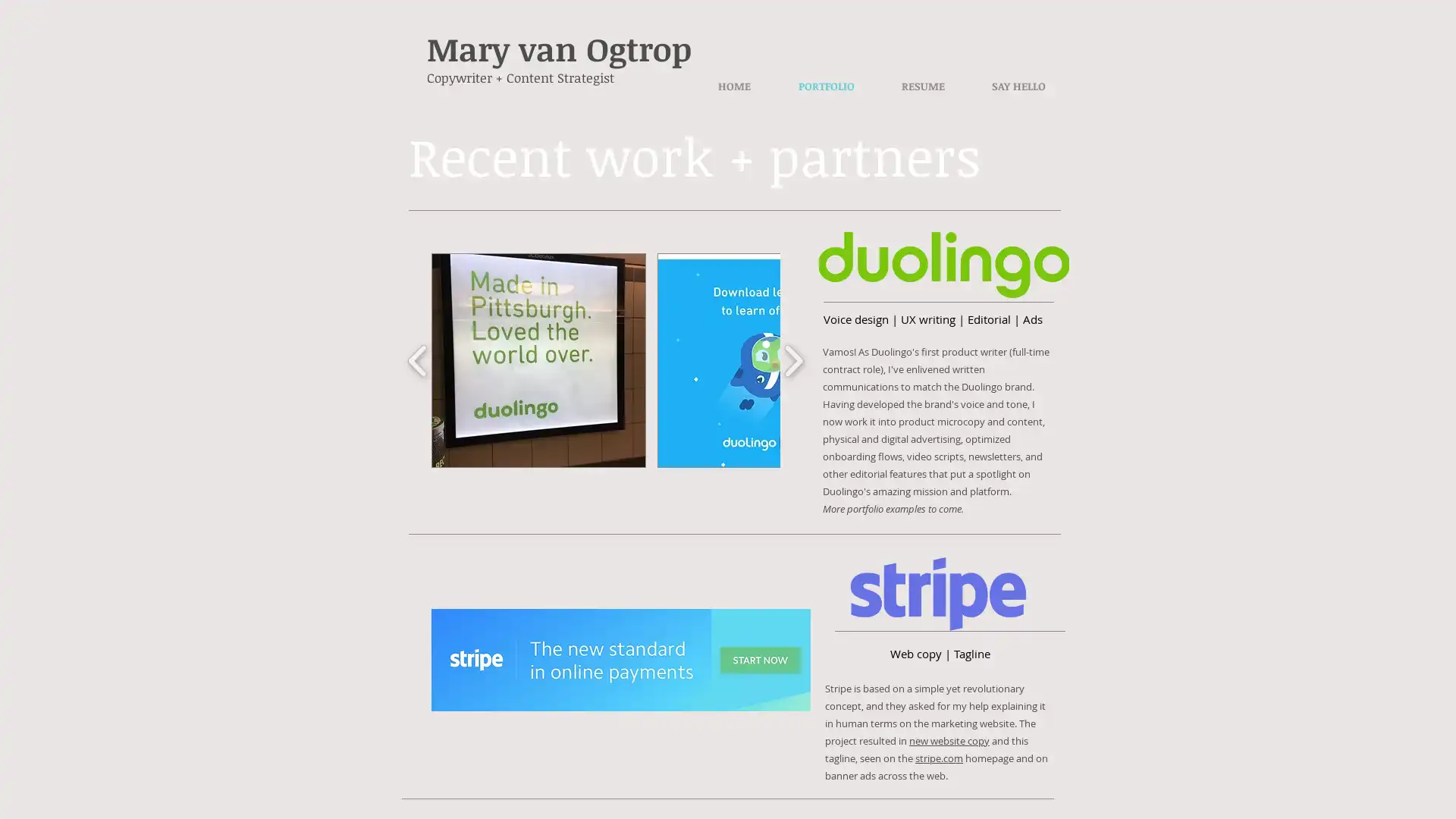  I want to click on play forward, so click(792, 359).